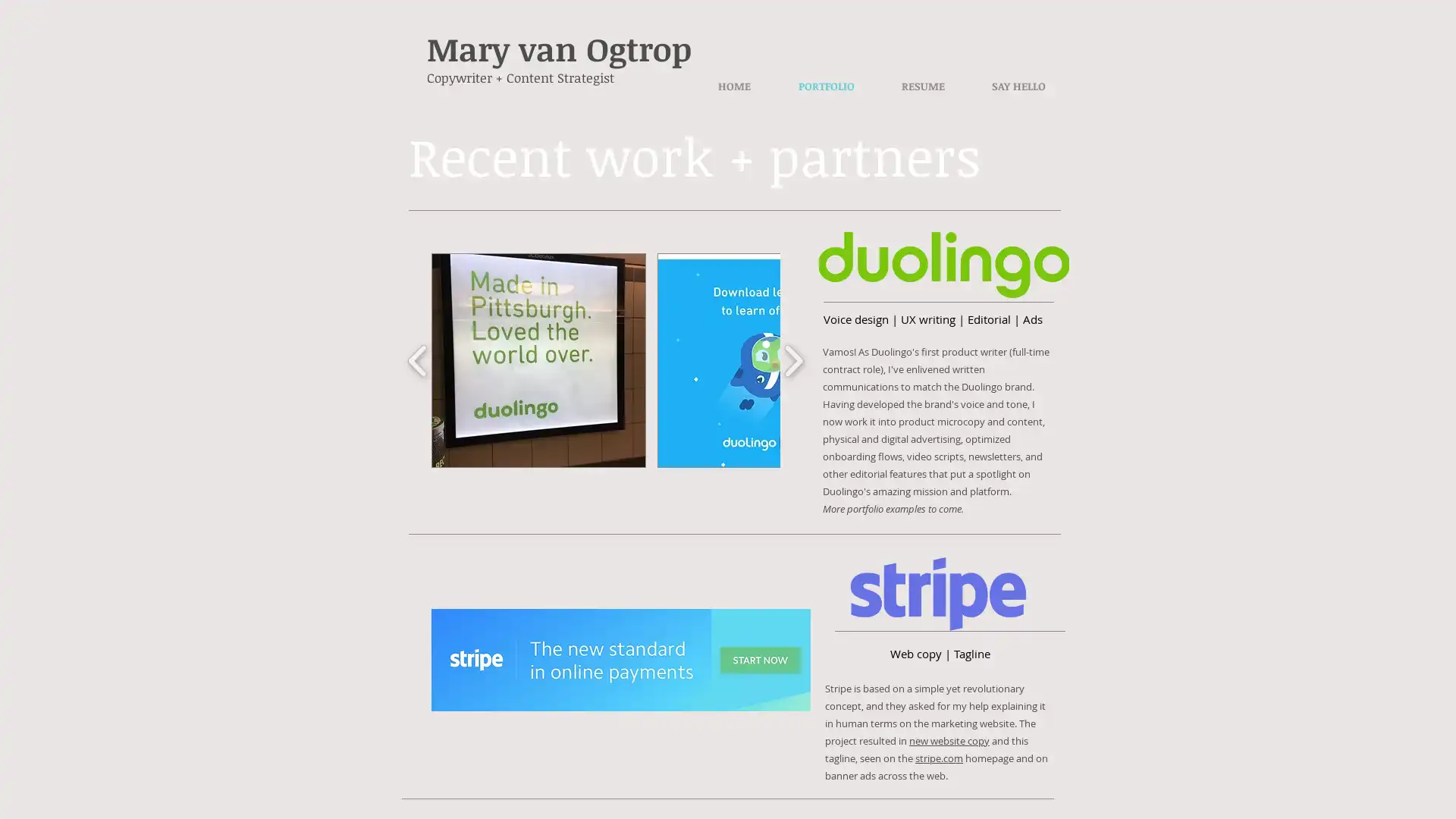  I want to click on play forward, so click(792, 359).